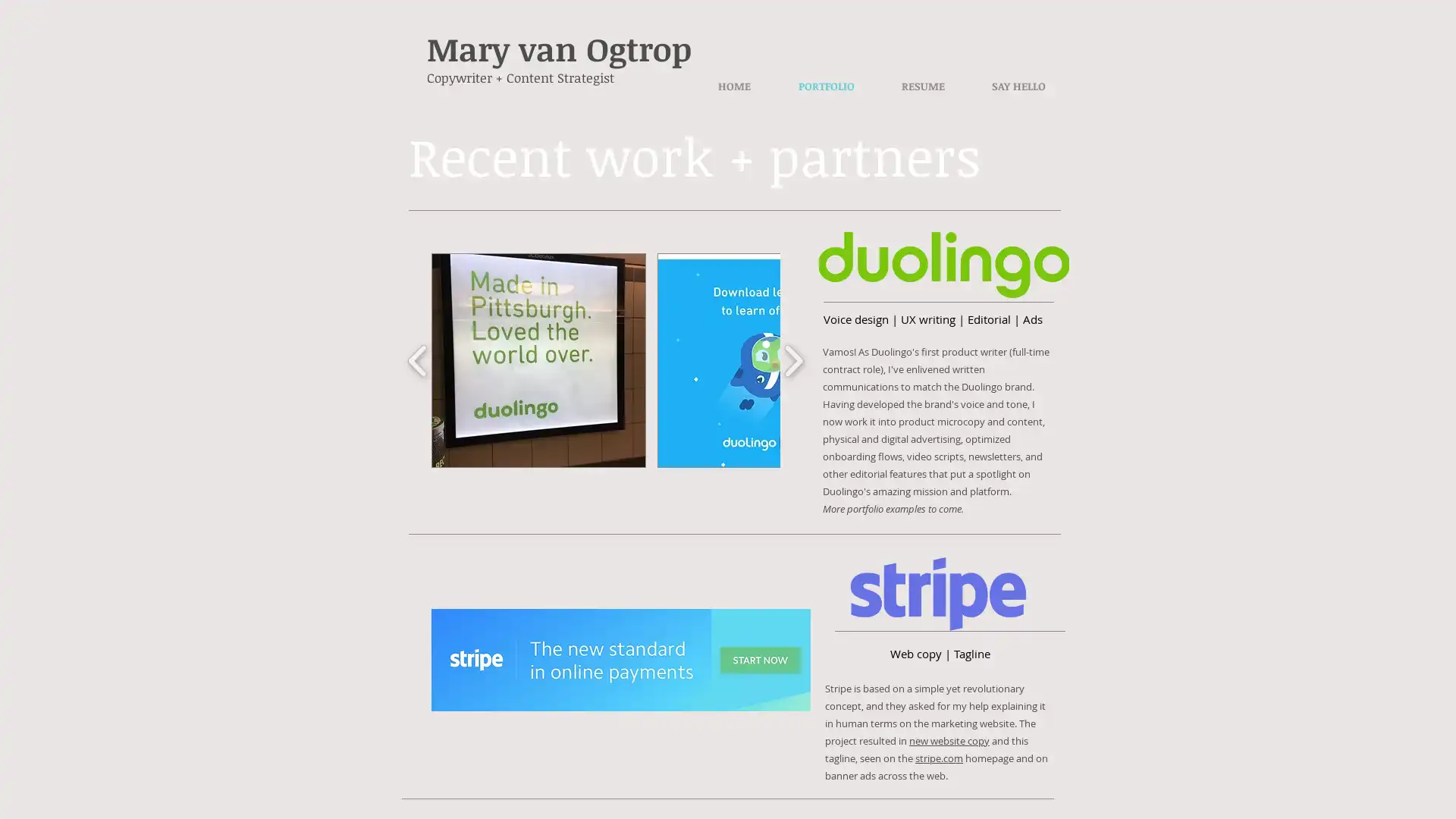  I want to click on play forward, so click(792, 359).